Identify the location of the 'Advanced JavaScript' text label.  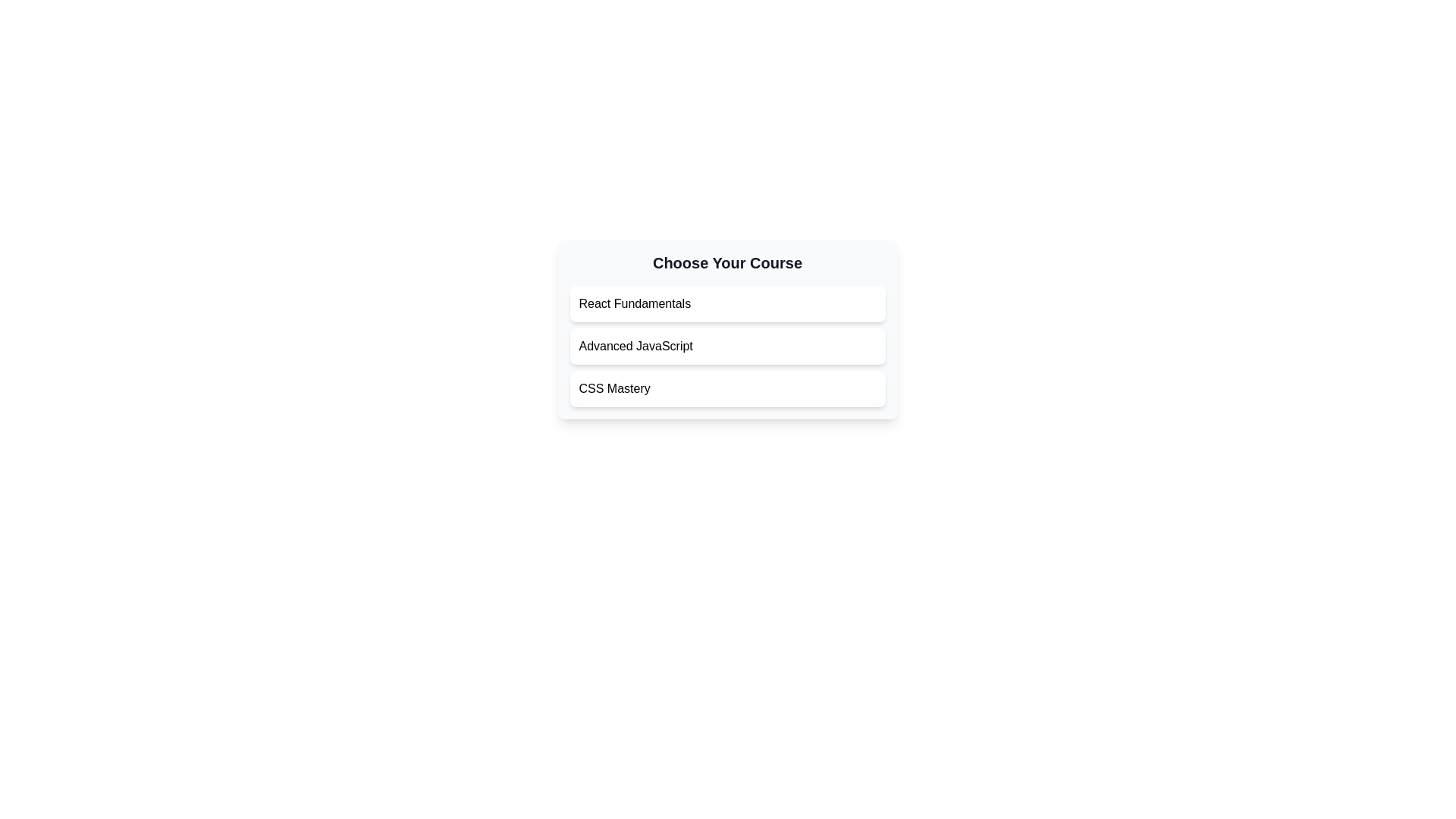
(635, 346).